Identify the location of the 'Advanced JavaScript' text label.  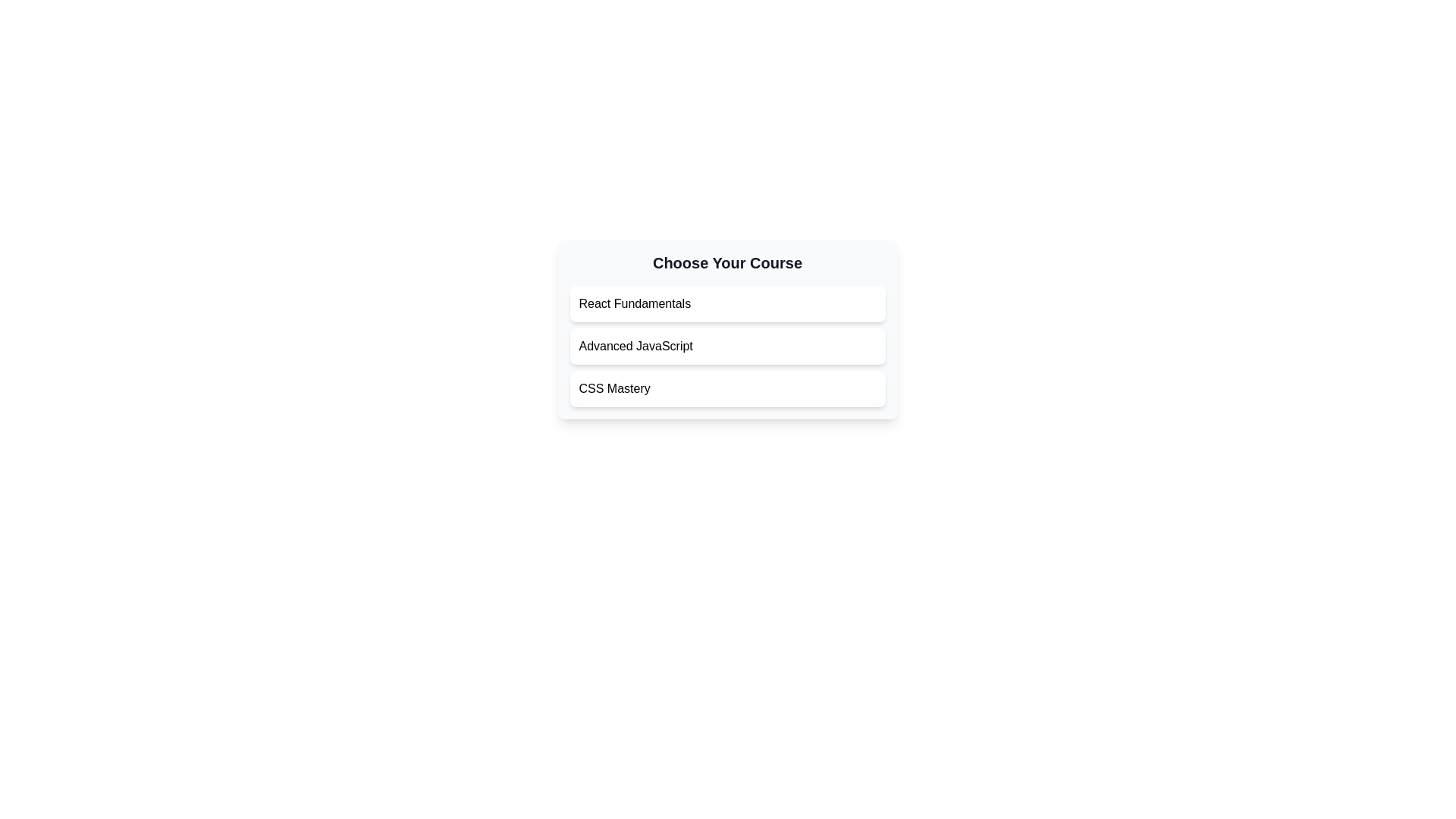
(635, 346).